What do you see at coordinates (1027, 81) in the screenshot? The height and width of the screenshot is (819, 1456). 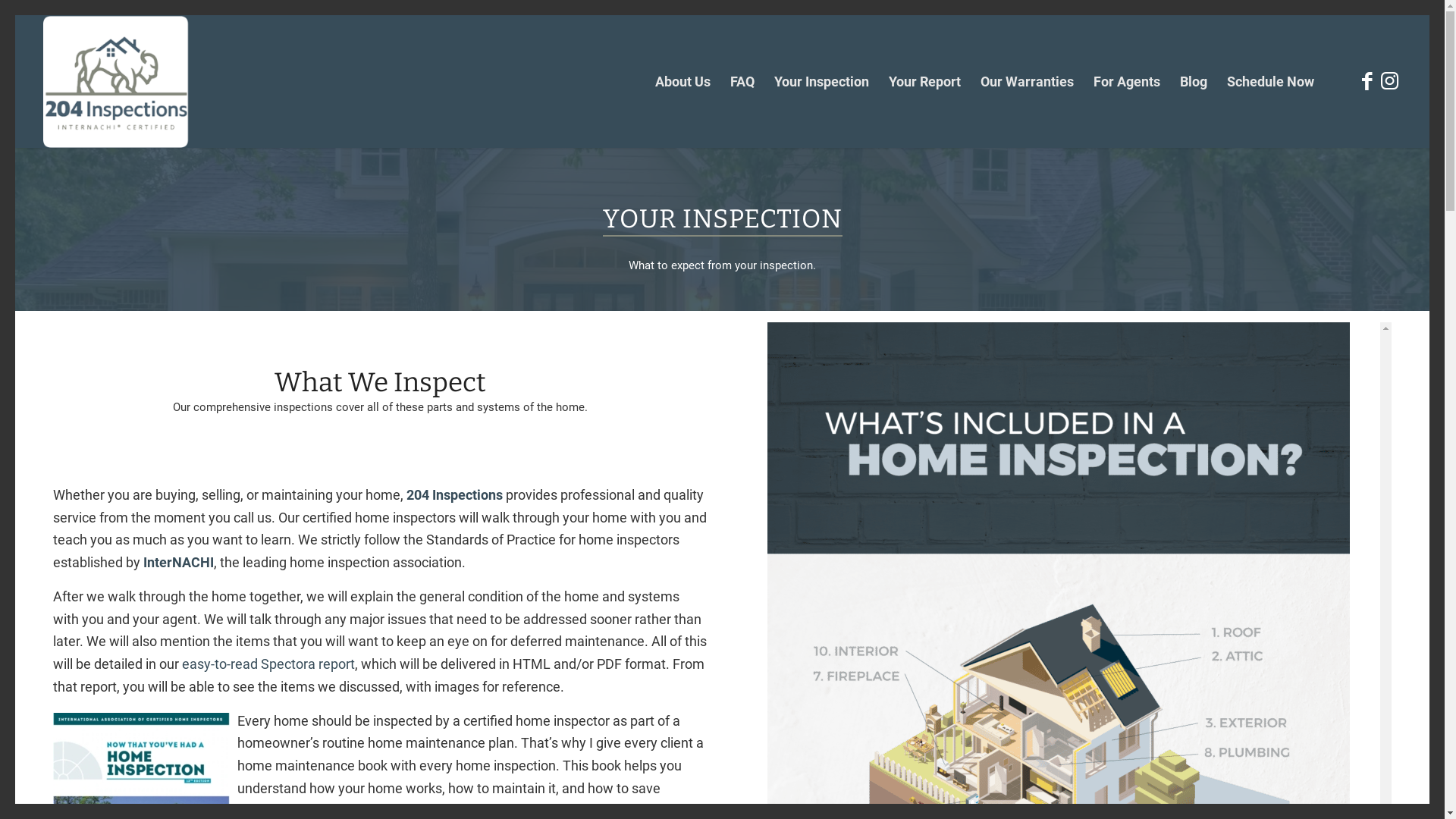 I see `'Our Warranties'` at bounding box center [1027, 81].